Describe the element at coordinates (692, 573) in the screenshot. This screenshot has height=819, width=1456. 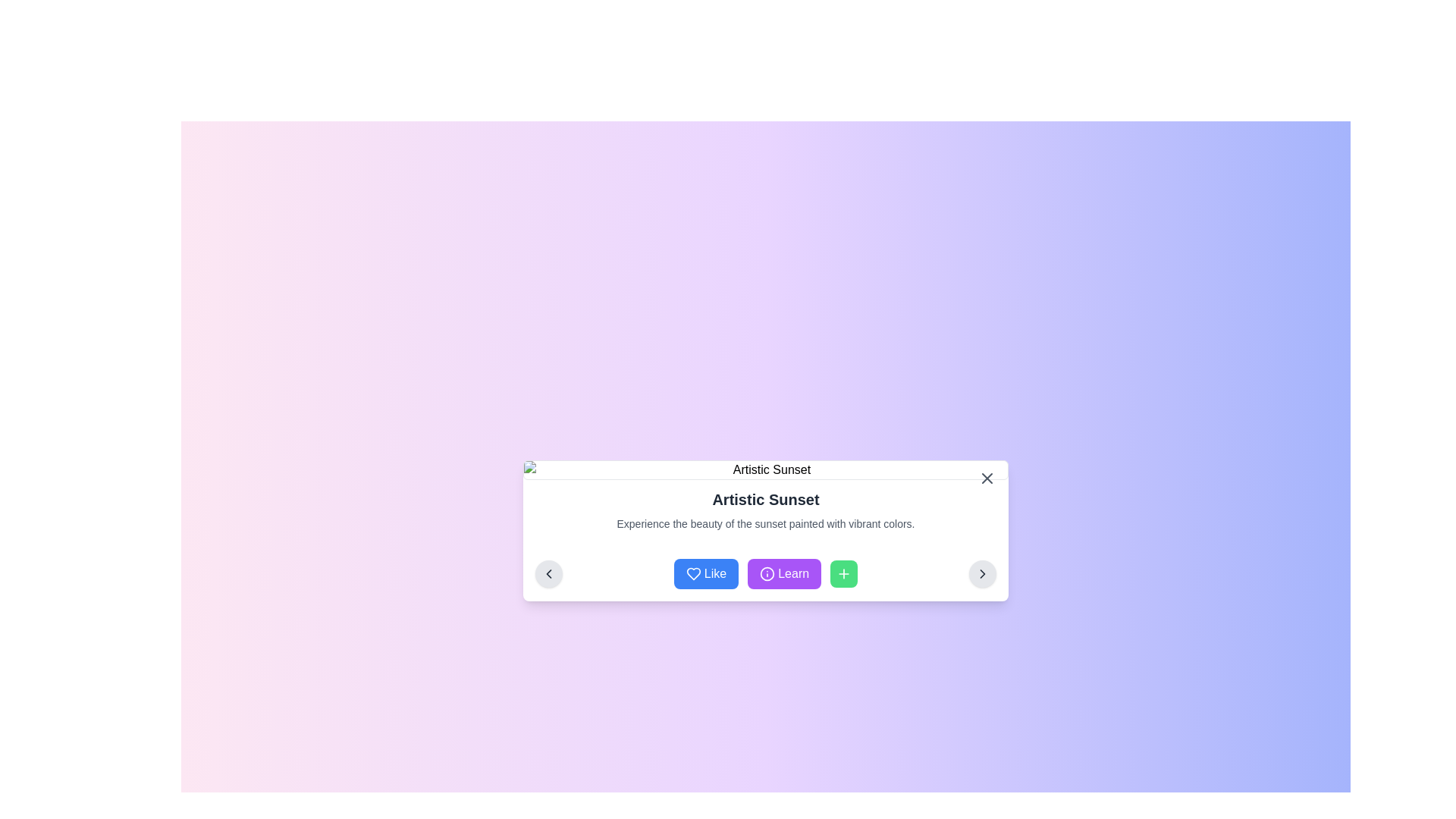
I see `the heart-shaped icon within the 'Like' button to potentially display additional information or a tooltip` at that location.